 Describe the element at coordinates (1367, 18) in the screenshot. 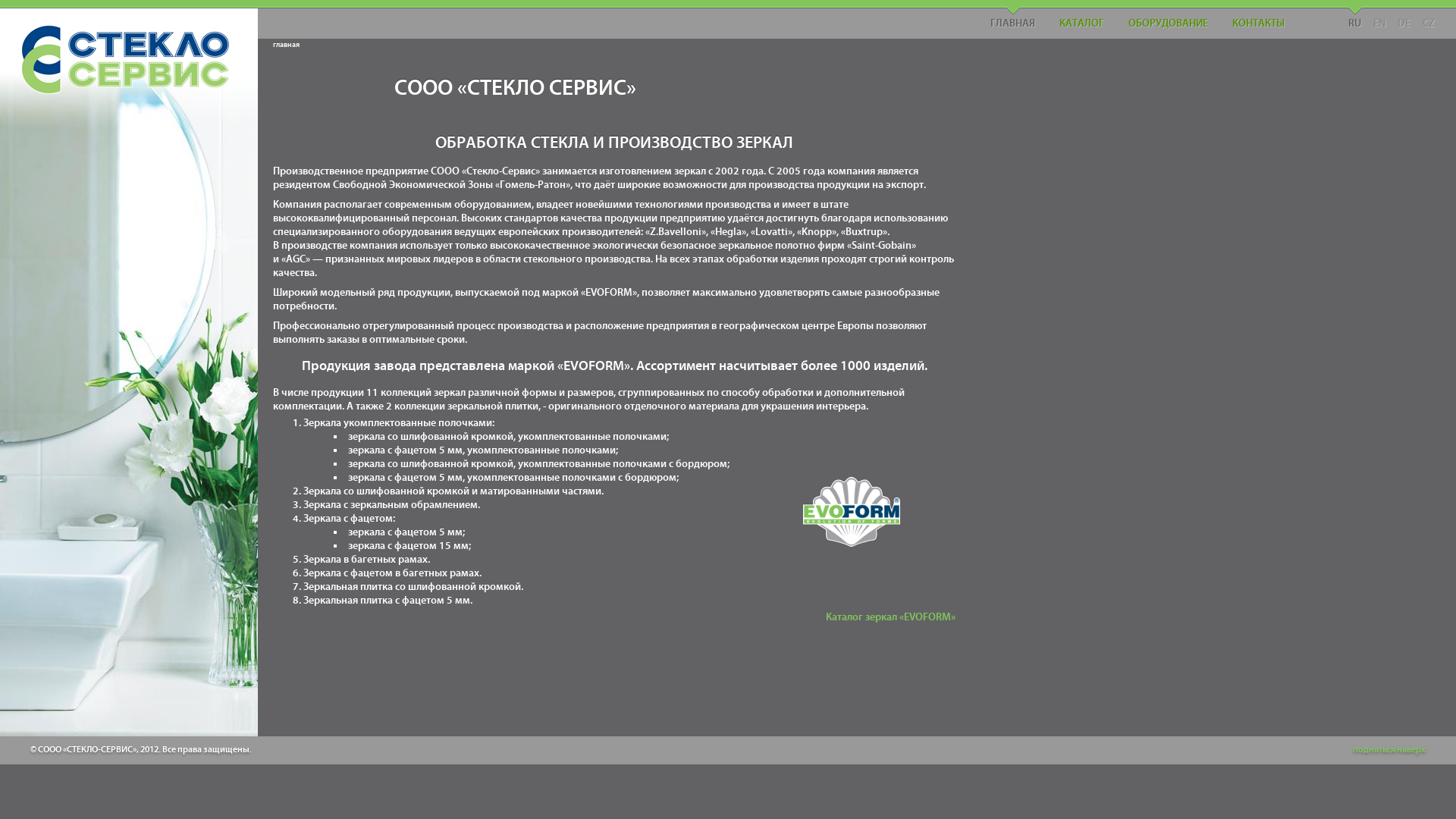

I see `'EN'` at that location.